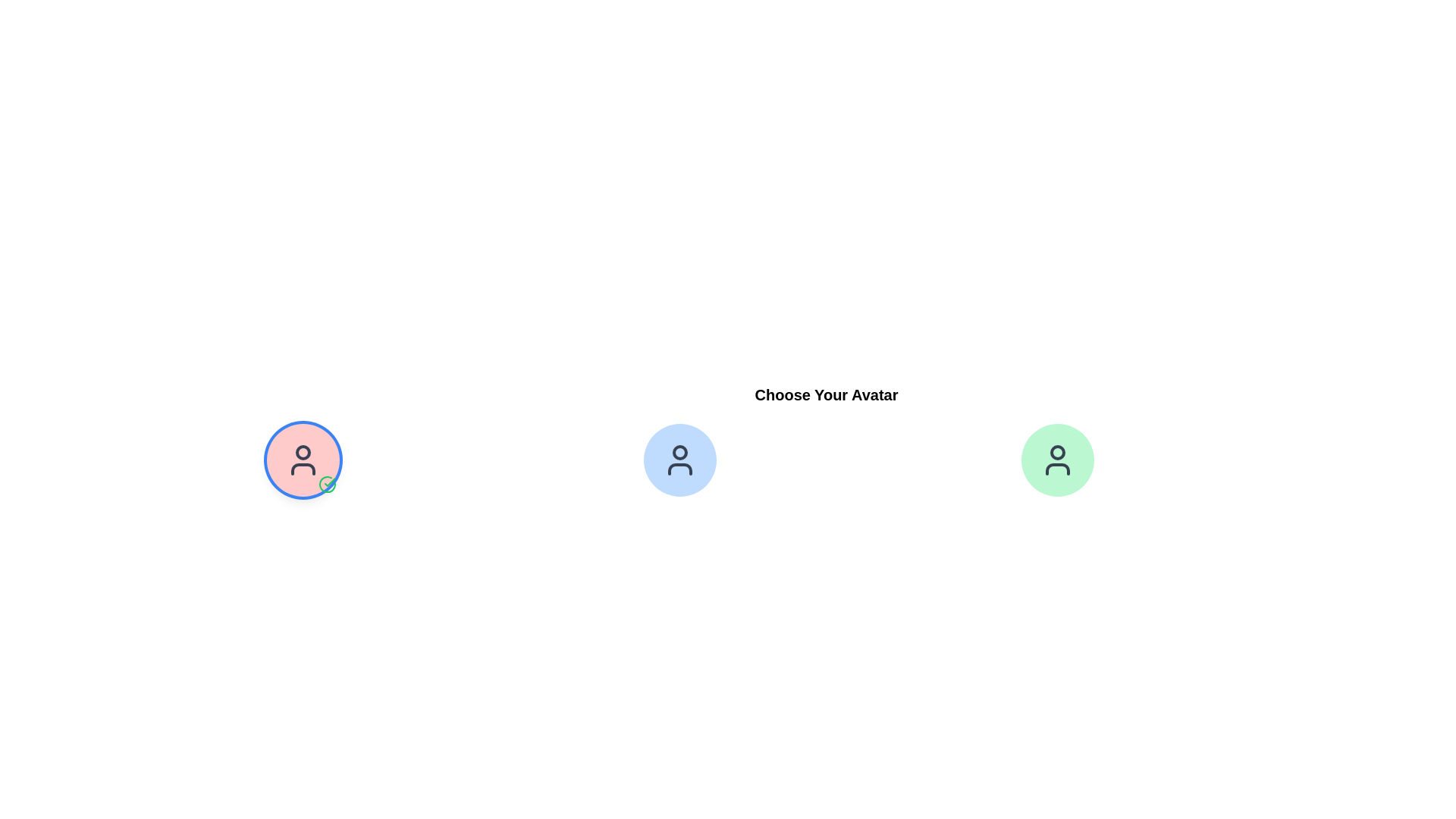  I want to click on the circular avatar with a green background and a gray person icon, which is located below the text 'Choose Your Avatar' as the third option in the grid, so click(1056, 459).